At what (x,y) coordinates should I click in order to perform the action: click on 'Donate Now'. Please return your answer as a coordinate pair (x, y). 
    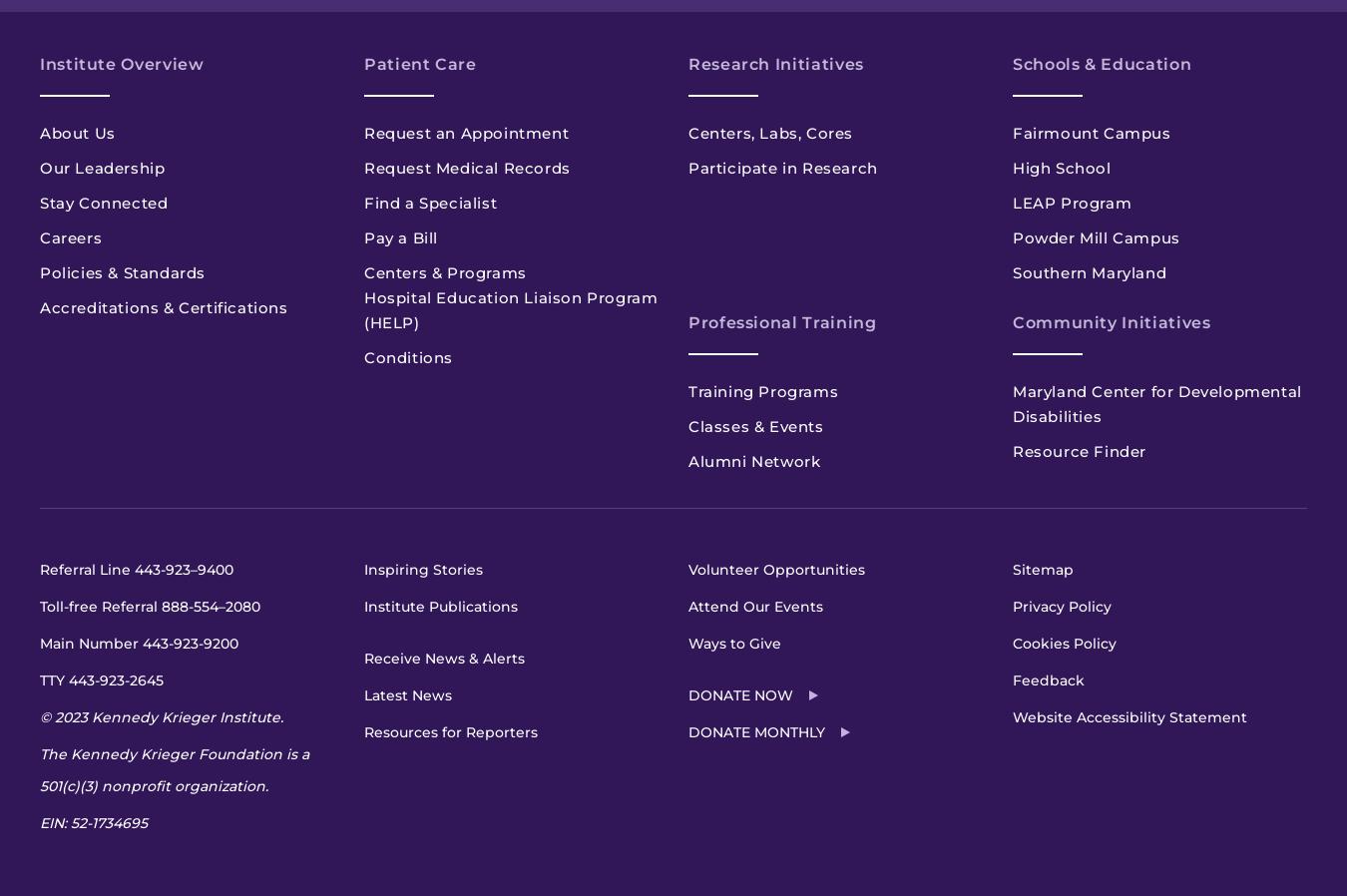
    Looking at the image, I should click on (686, 695).